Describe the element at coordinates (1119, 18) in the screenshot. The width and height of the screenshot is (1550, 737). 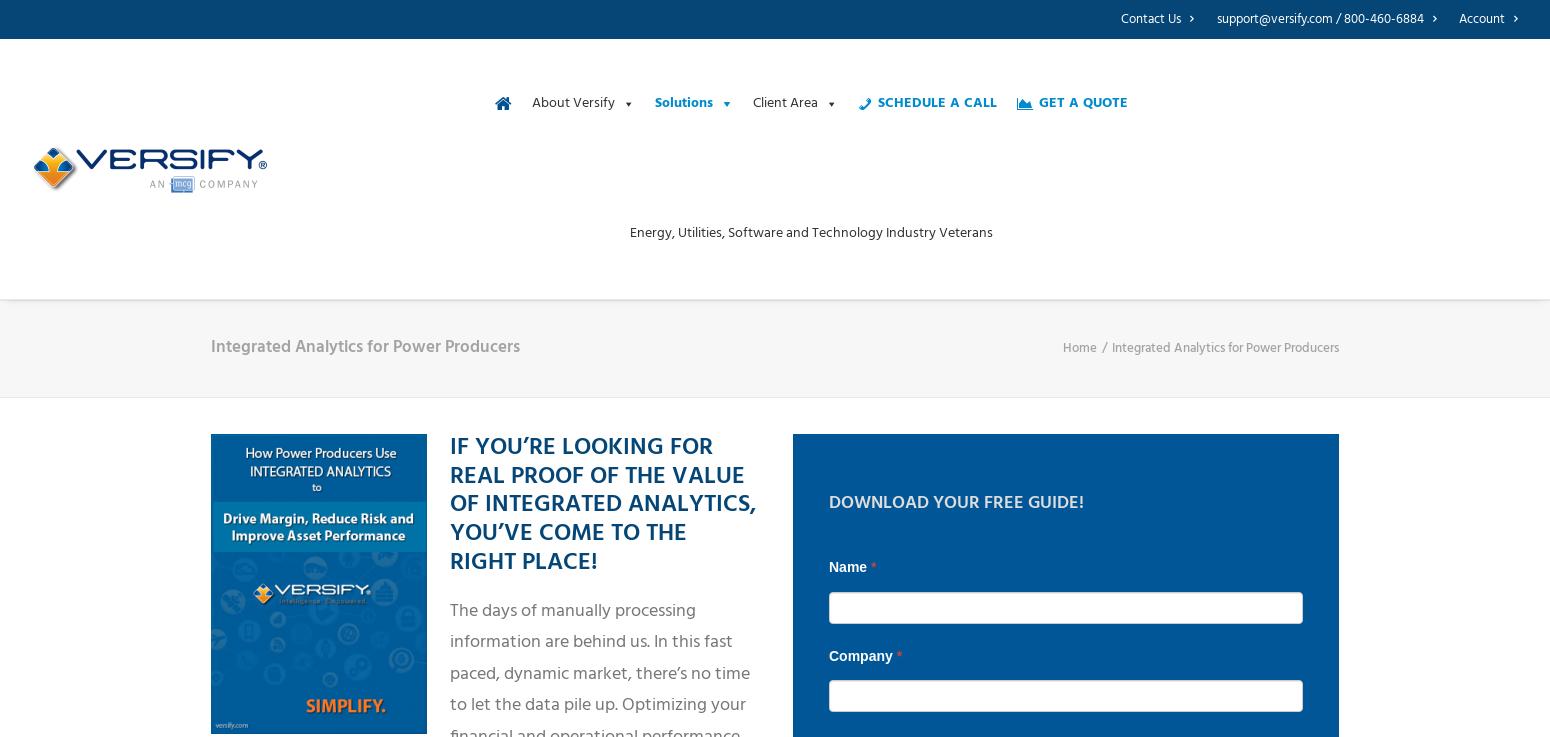
I see `'Contact Us'` at that location.